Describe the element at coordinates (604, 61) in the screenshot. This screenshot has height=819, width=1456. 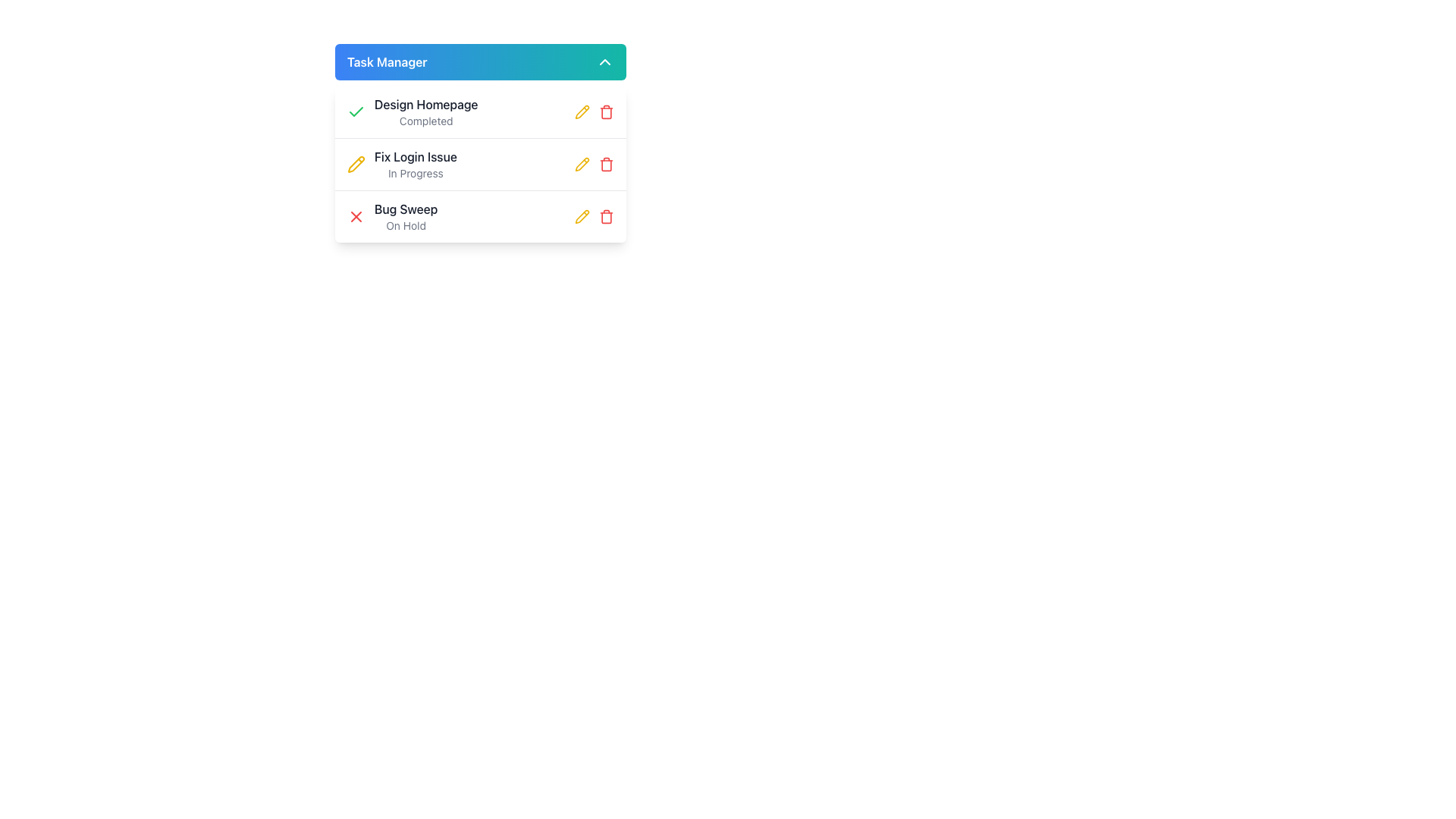
I see `the downward-pointing chevron icon button located at the top-right corner of the 'Task Manager' header bar` at that location.